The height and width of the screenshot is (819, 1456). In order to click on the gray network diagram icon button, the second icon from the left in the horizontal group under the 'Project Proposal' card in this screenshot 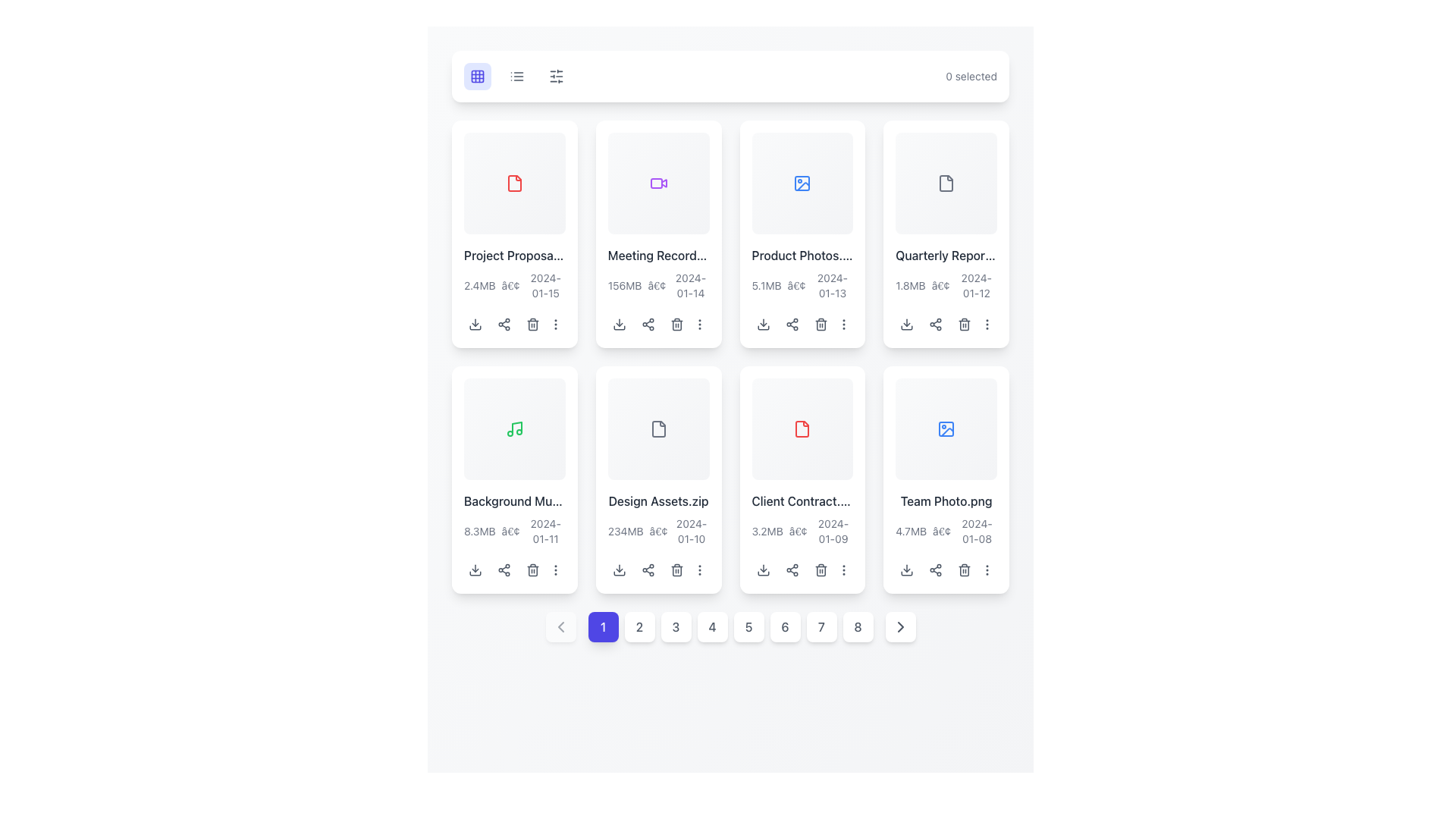, I will do `click(504, 323)`.